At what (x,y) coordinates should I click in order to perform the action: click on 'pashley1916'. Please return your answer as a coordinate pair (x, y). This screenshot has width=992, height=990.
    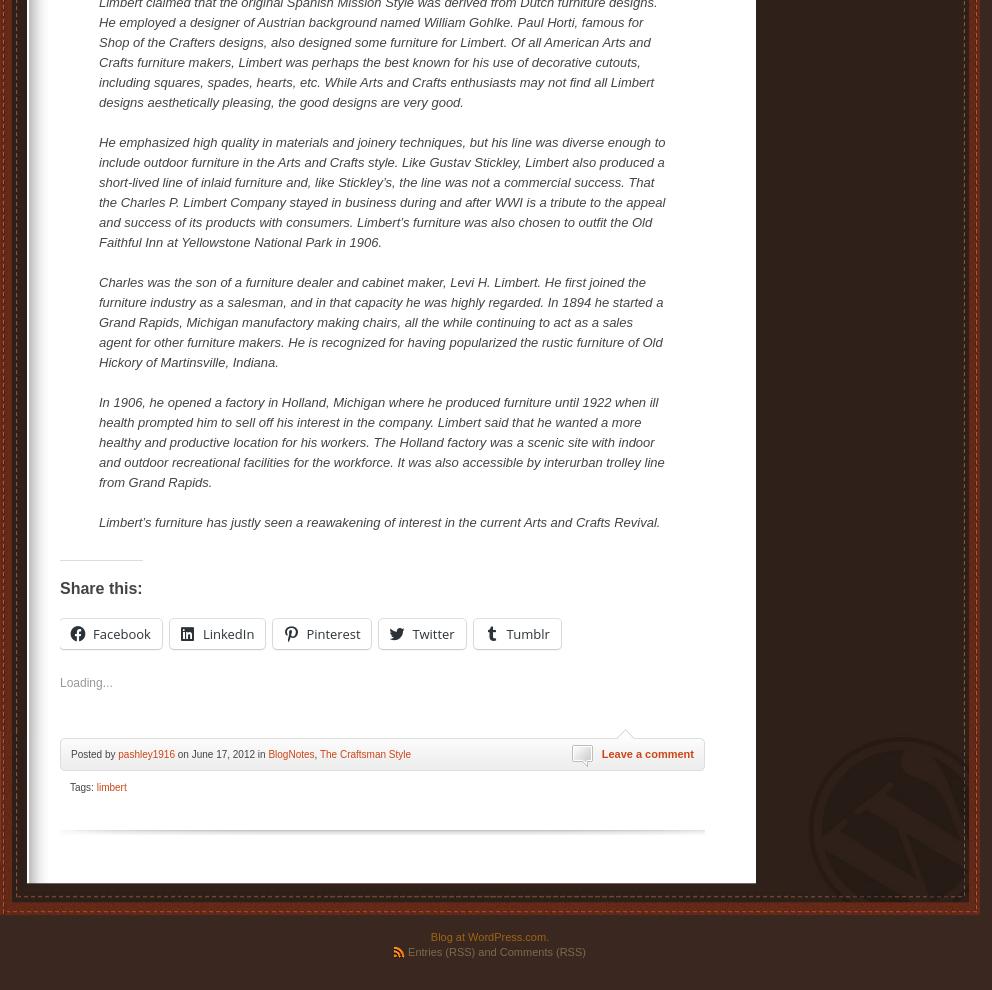
    Looking at the image, I should click on (146, 753).